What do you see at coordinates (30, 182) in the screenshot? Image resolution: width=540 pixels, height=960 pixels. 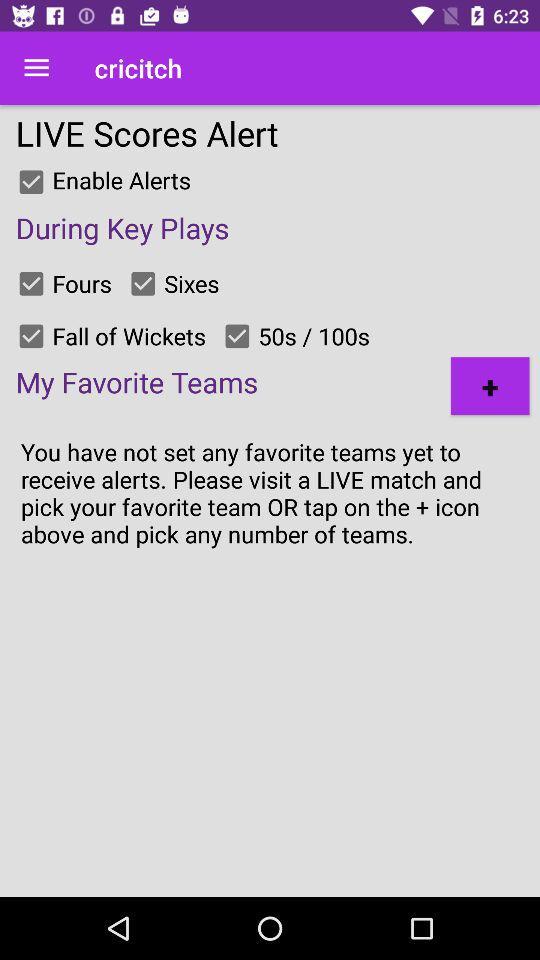 I see `enable alerts` at bounding box center [30, 182].